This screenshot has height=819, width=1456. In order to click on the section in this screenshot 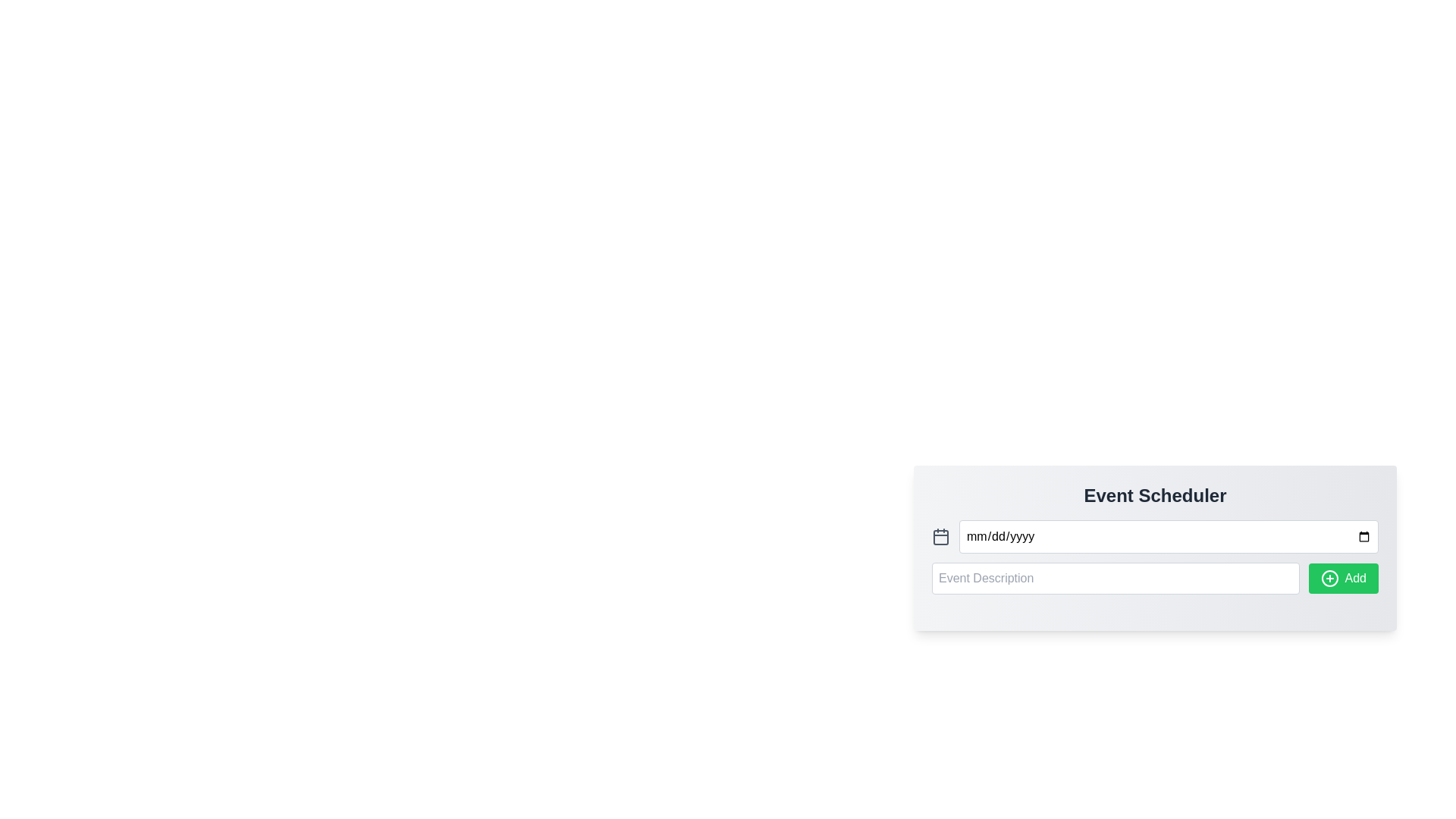, I will do `click(1154, 496)`.